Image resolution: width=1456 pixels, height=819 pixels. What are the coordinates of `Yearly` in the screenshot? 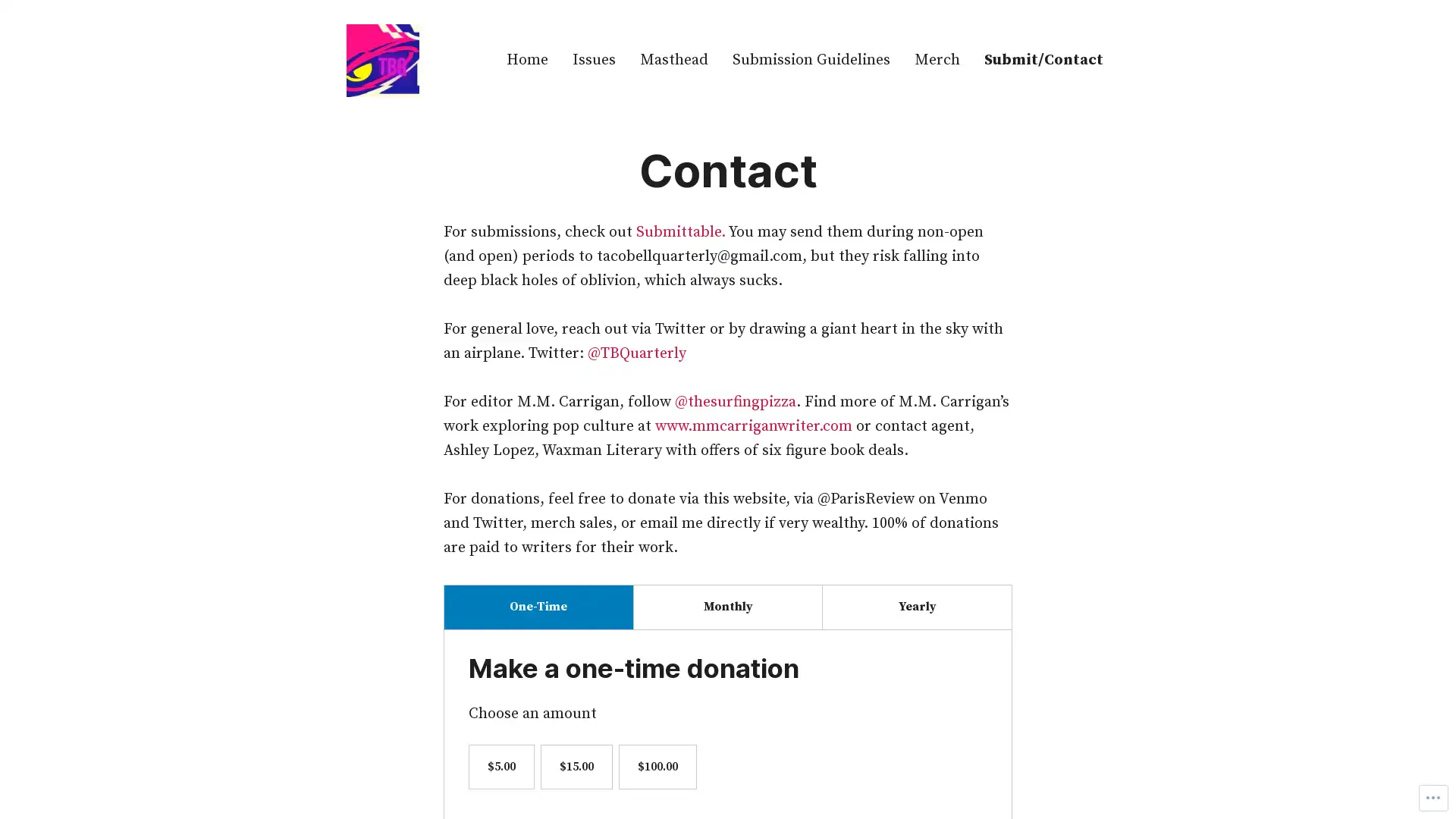 It's located at (916, 606).